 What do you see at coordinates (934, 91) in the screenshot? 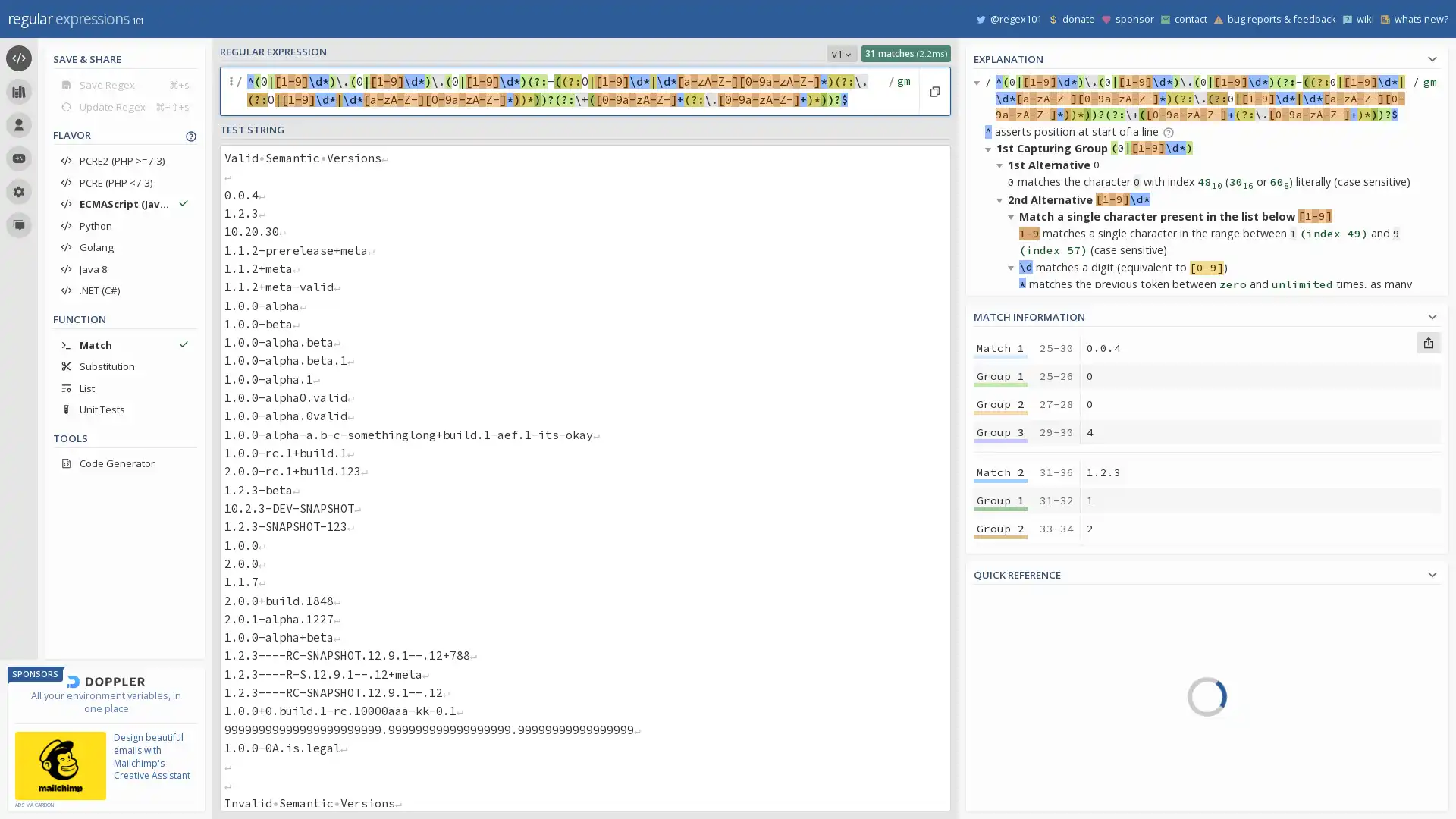
I see `Copy to clipboard` at bounding box center [934, 91].